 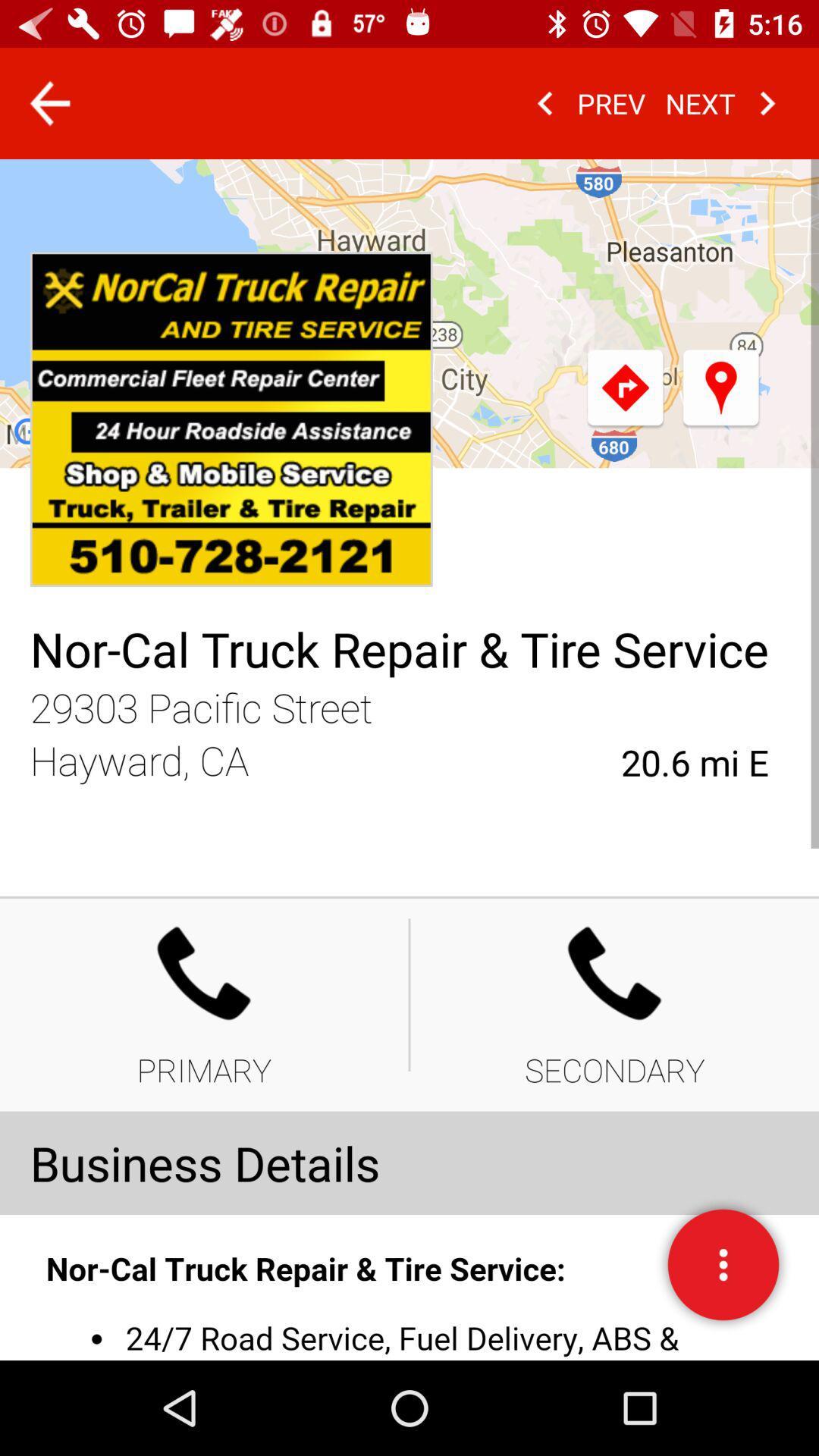 What do you see at coordinates (49, 102) in the screenshot?
I see `the arrow_backward icon` at bounding box center [49, 102].